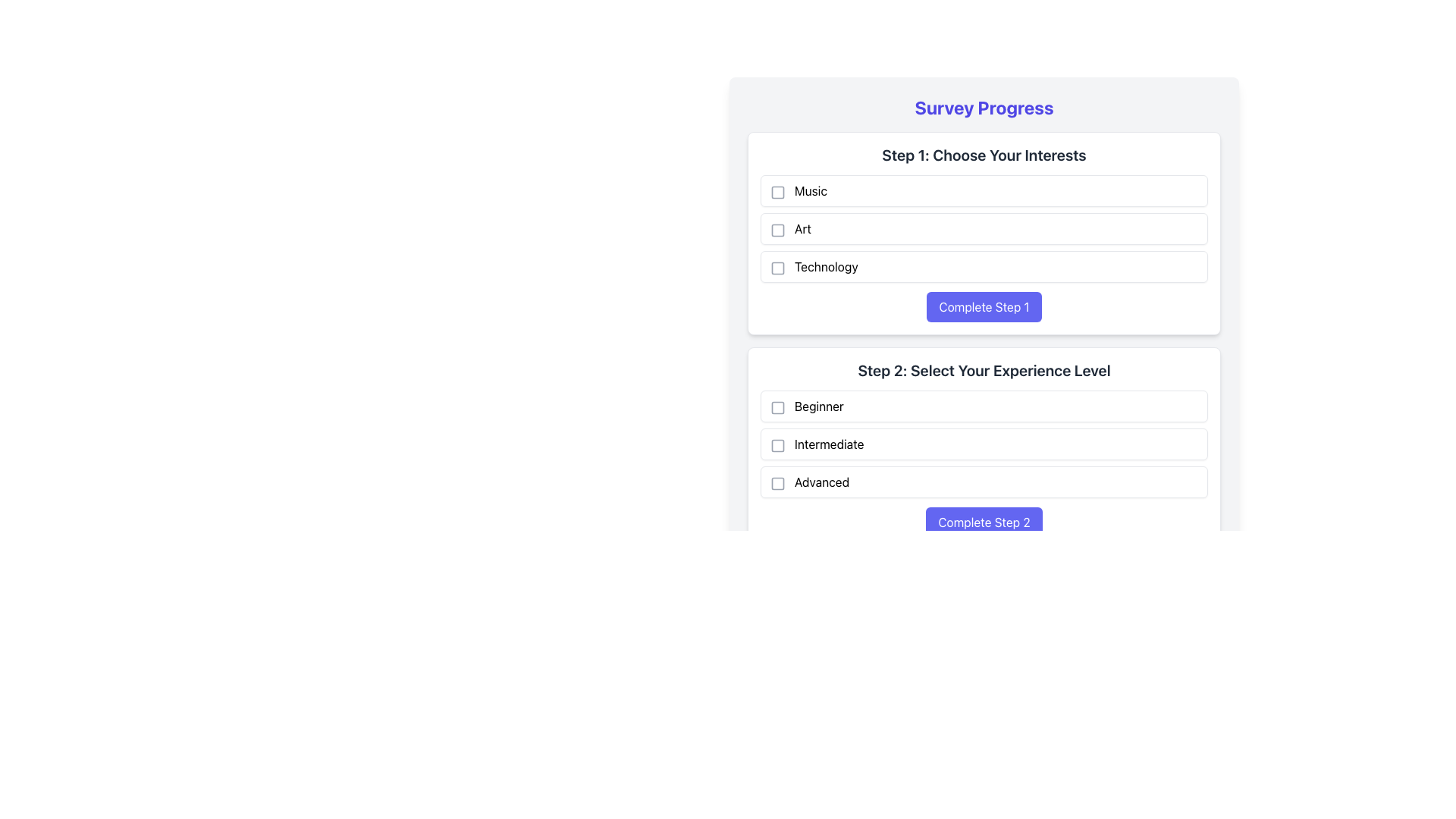  I want to click on the 'Technology' checkbox option, so click(778, 267).